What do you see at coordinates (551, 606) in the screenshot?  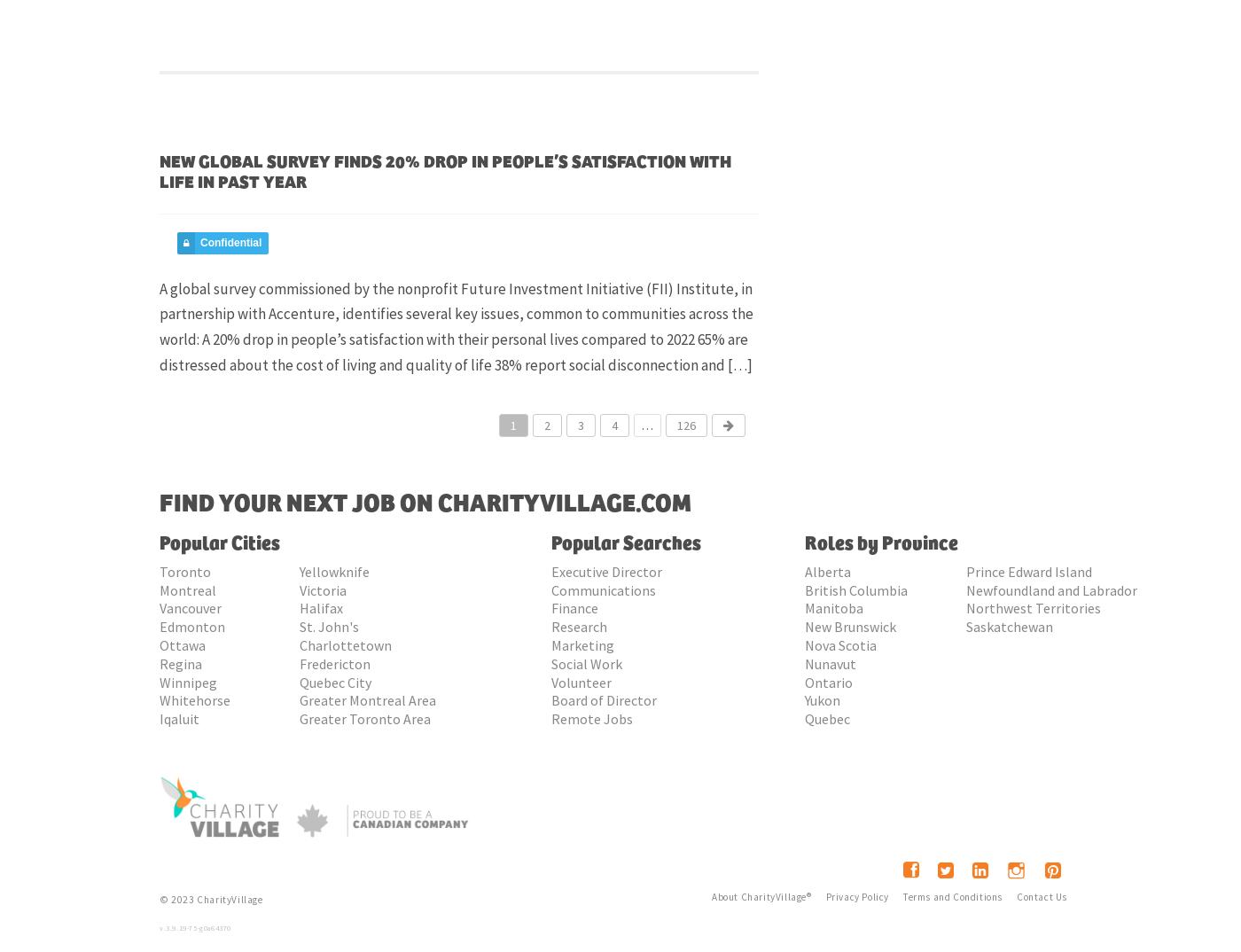 I see `'Finance'` at bounding box center [551, 606].